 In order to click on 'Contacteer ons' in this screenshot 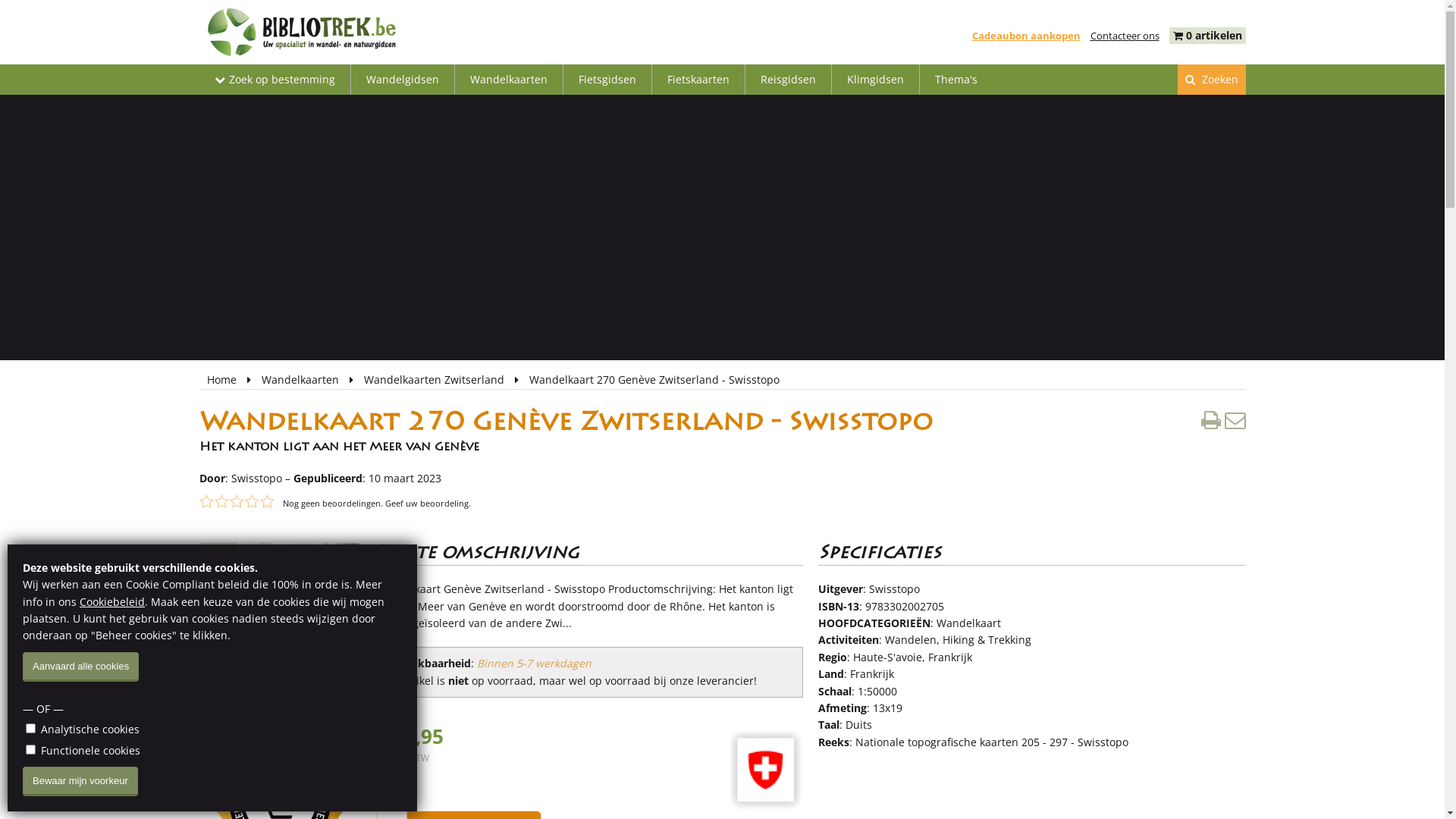, I will do `click(1090, 35)`.